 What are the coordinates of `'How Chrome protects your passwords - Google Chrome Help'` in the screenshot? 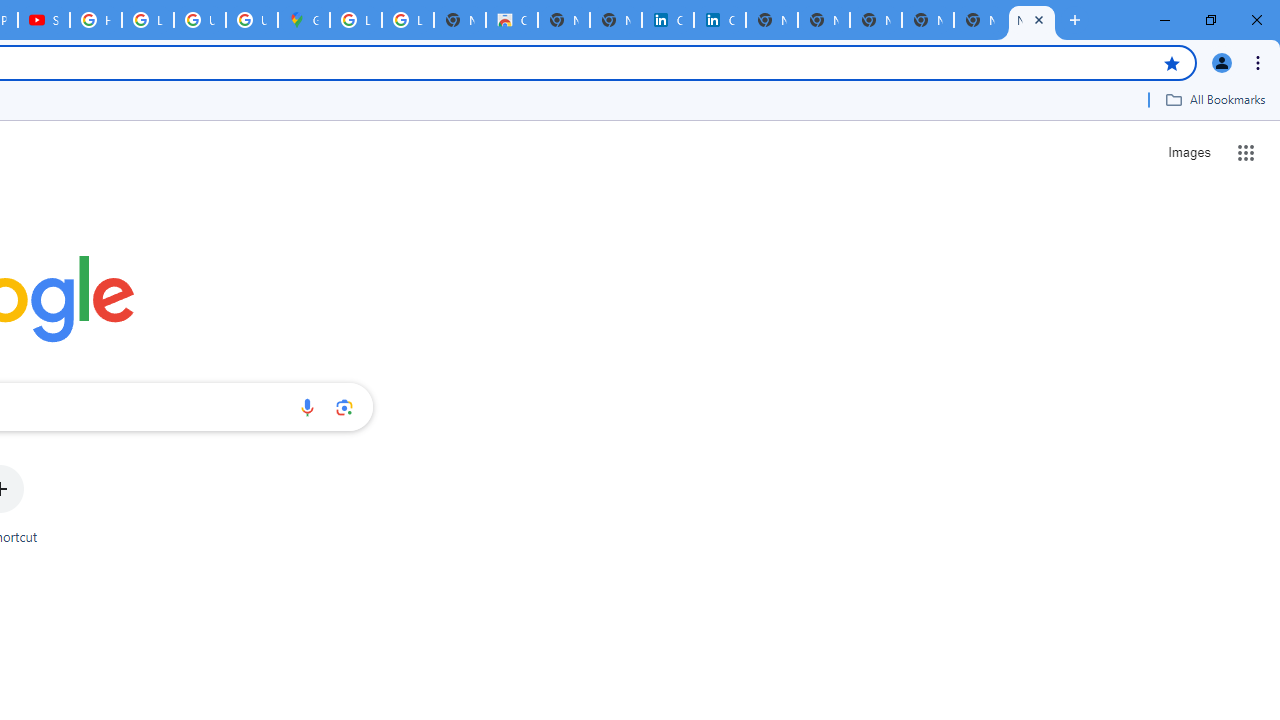 It's located at (95, 20).